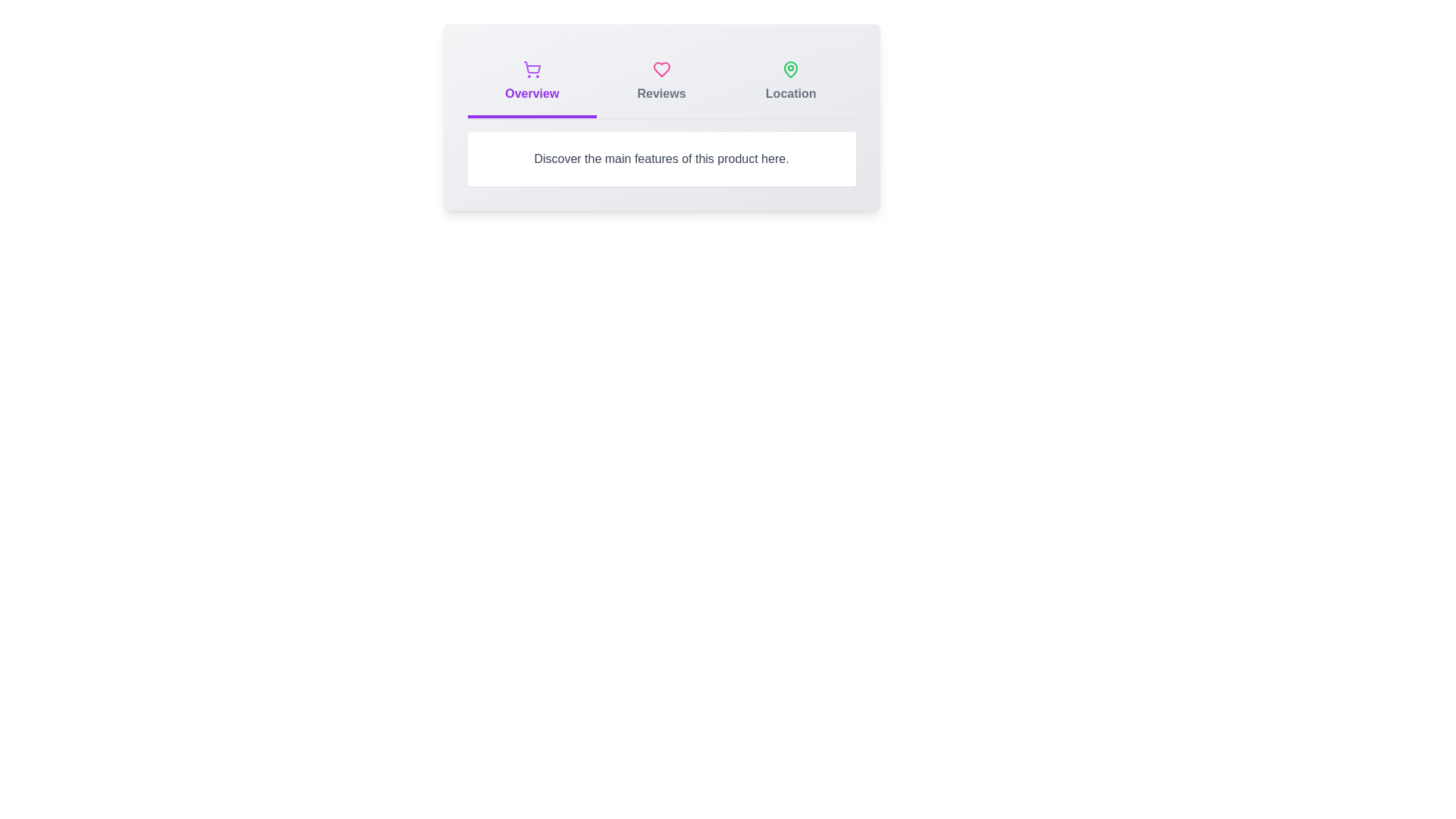  Describe the element at coordinates (532, 83) in the screenshot. I see `the tab labeled Overview to switch to the corresponding tab` at that location.